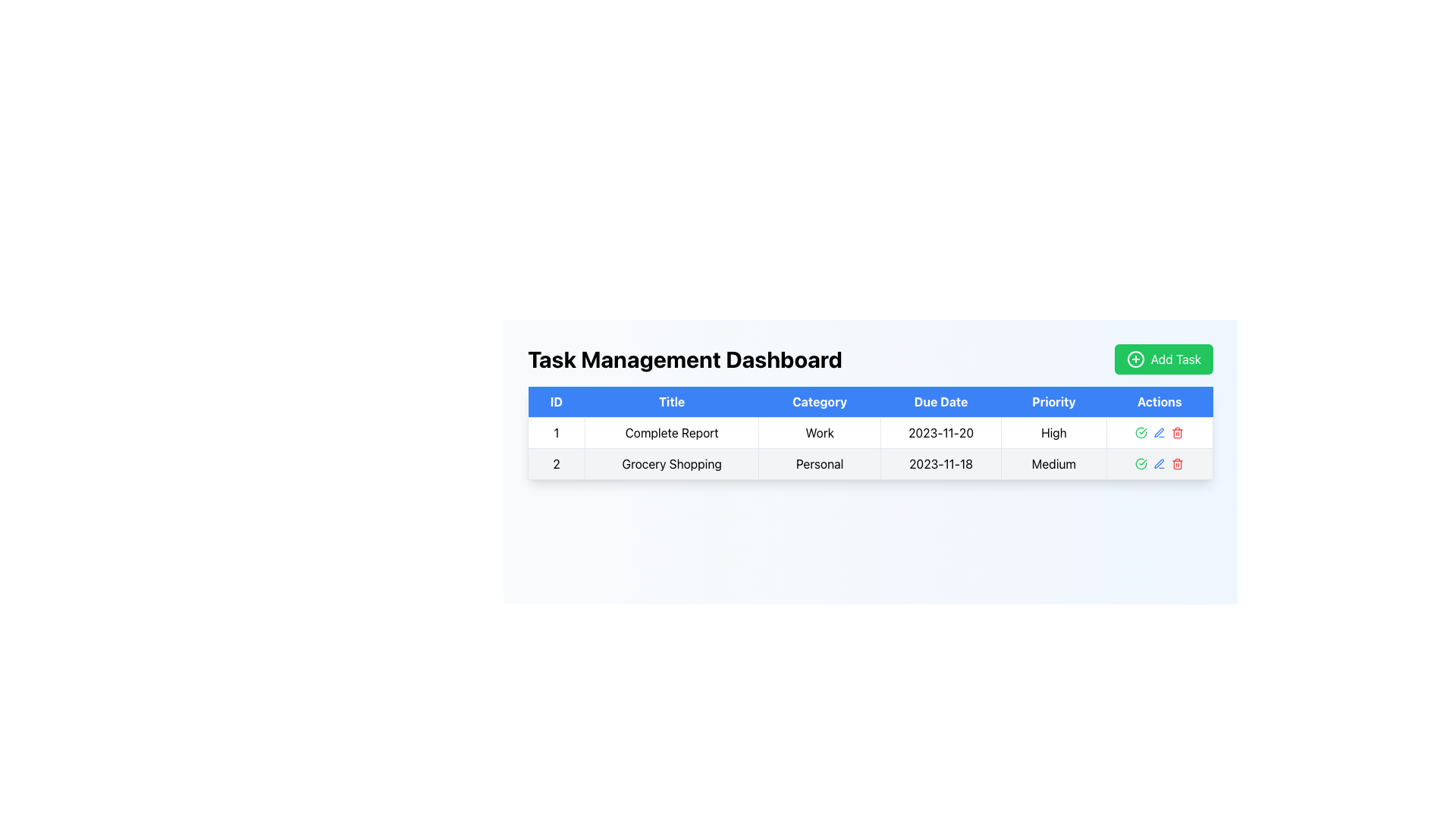 The height and width of the screenshot is (819, 1456). What do you see at coordinates (1159, 463) in the screenshot?
I see `the blue-colored edit icon button located in the 'Actions' column of the second row to initiate editing` at bounding box center [1159, 463].